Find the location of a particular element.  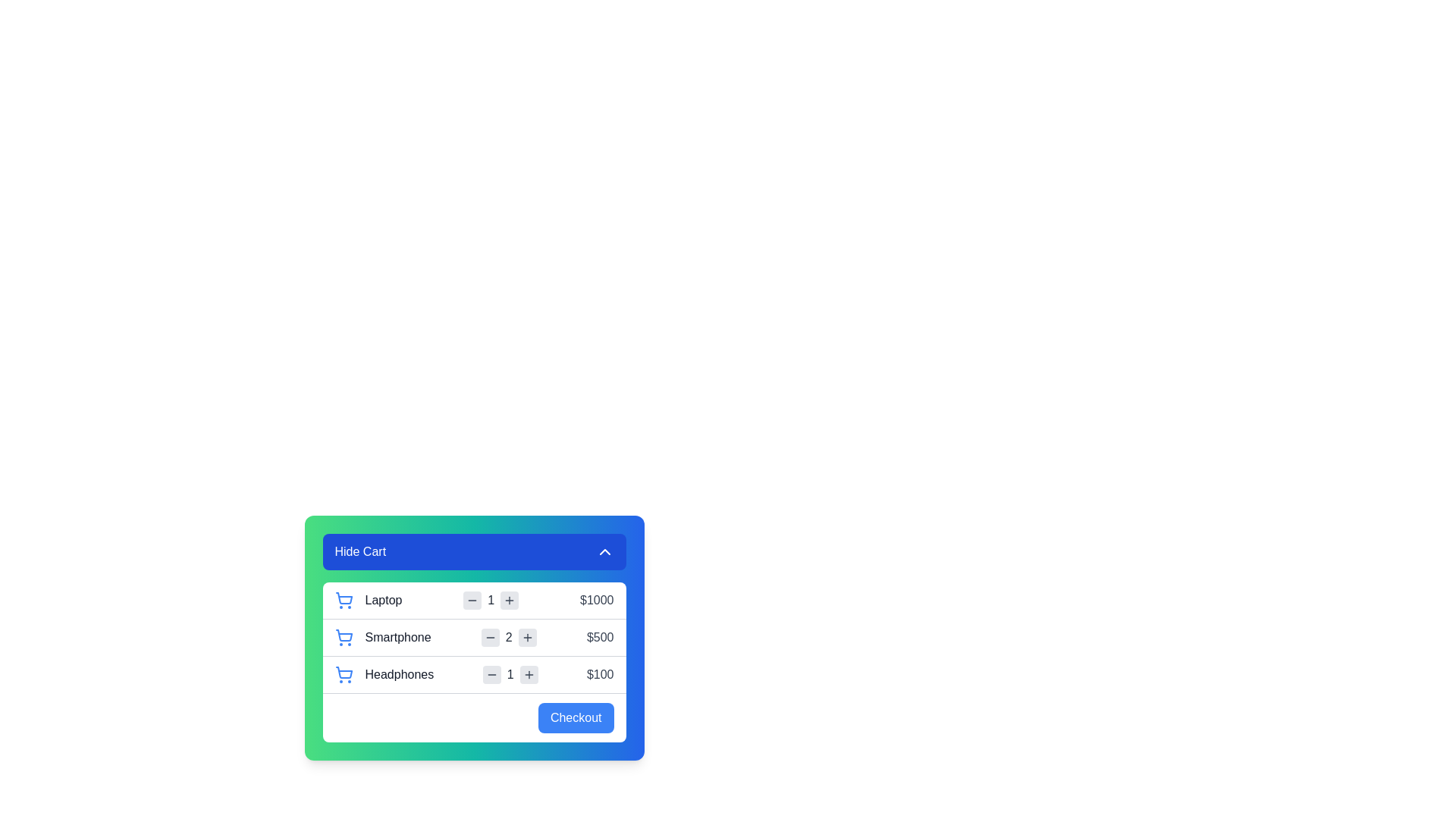

the rounded button with a light gray background and a small dark gray plus sign inside it, located at the end of the 'Headphones' row in the cart interface to increase the quantity is located at coordinates (529, 674).